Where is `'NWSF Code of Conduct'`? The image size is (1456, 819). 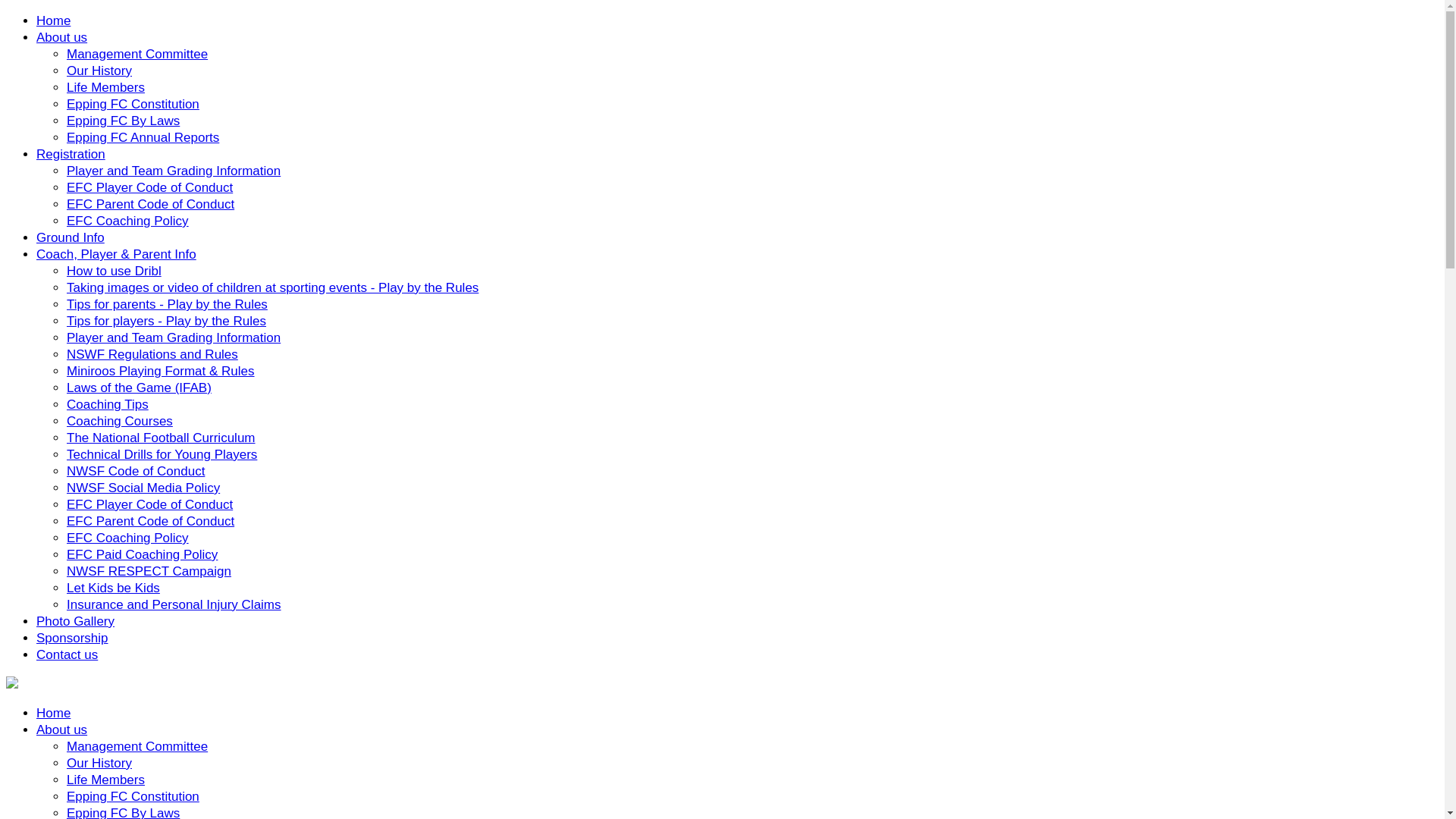
'NWSF Code of Conduct' is located at coordinates (135, 470).